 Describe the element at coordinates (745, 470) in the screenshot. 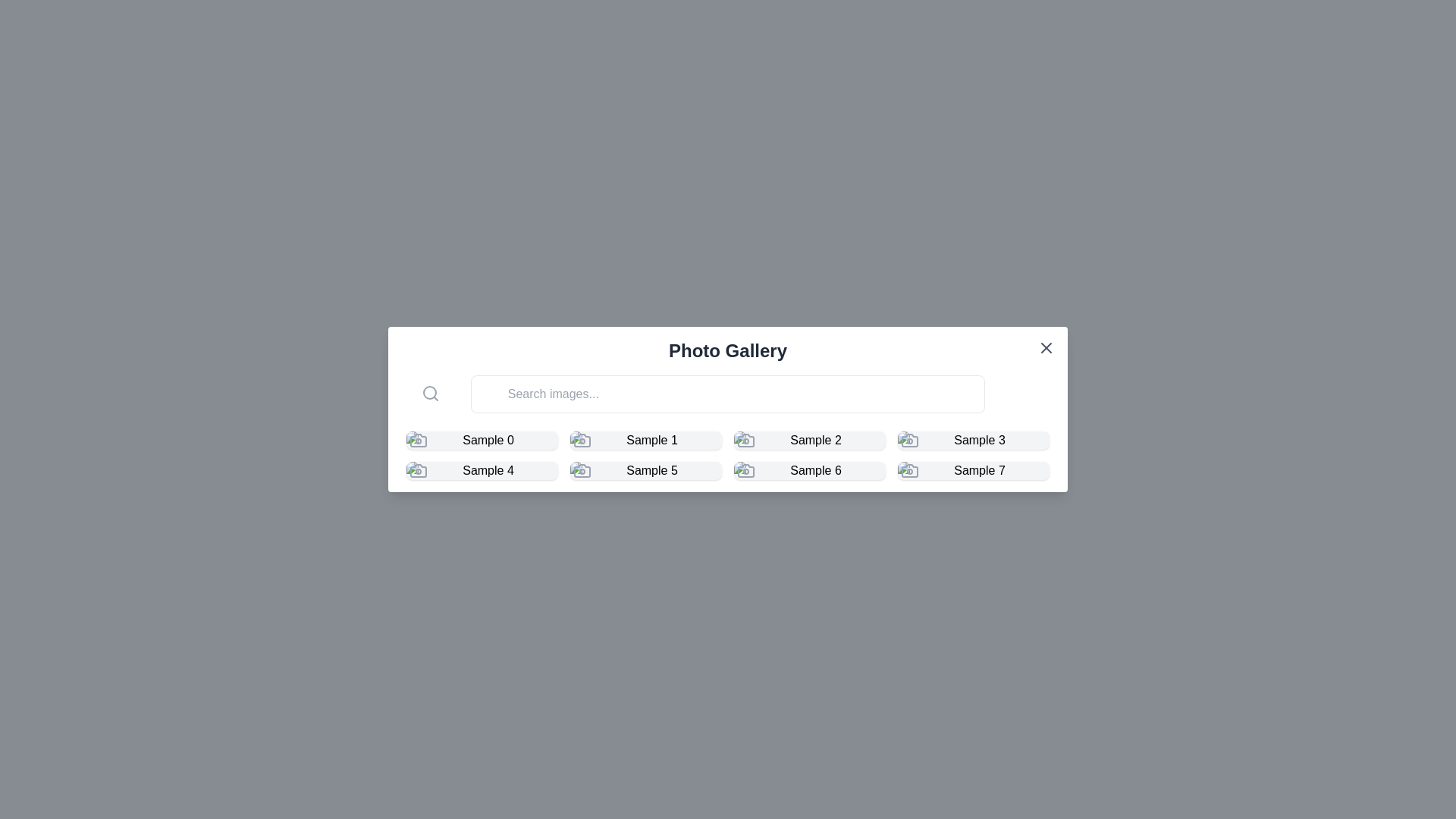

I see `the icon for the item labeled 'Sample 6', which is centrally located in the grid layout below the search bar` at that location.